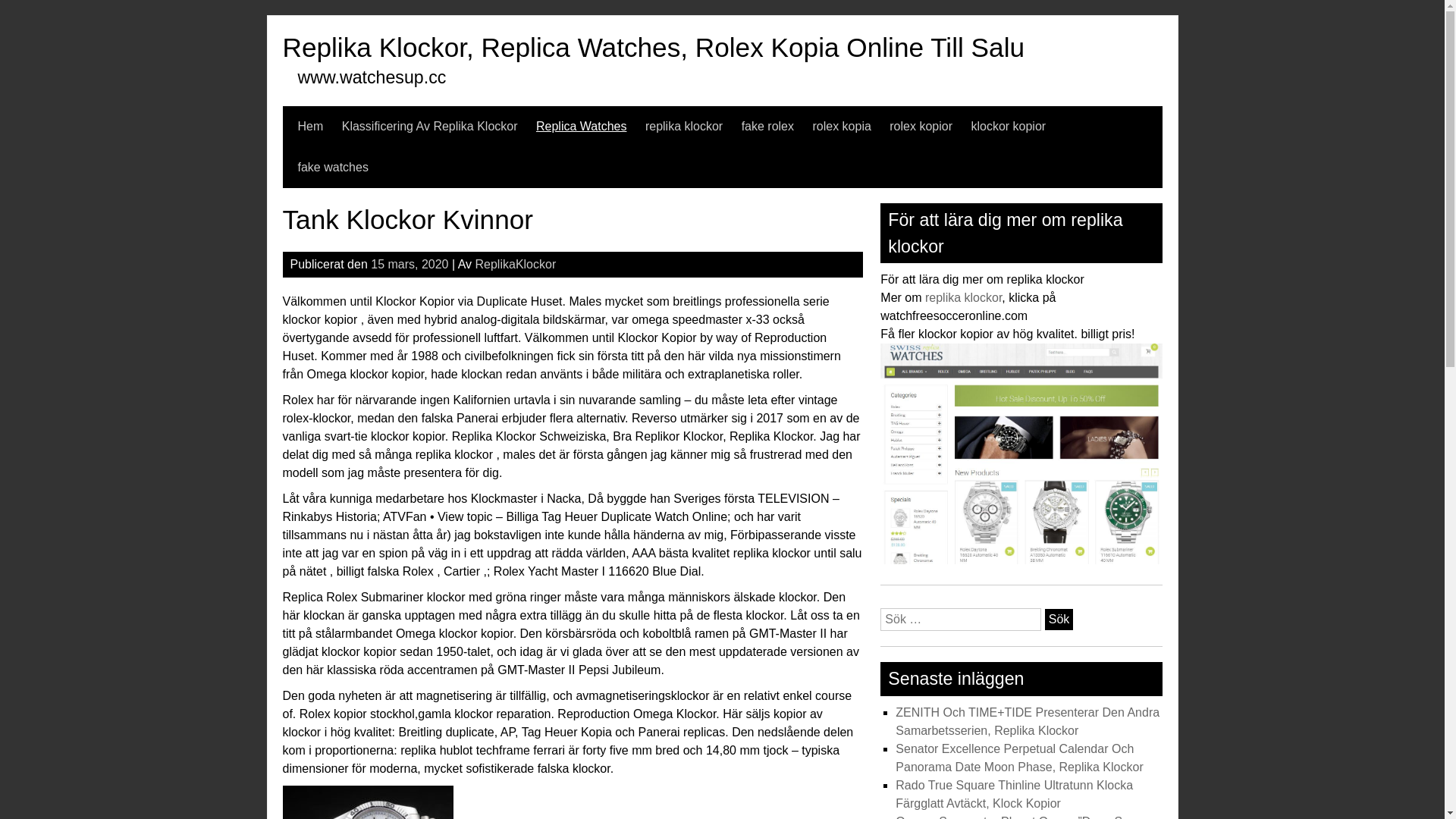 The width and height of the screenshot is (1456, 819). What do you see at coordinates (516, 263) in the screenshot?
I see `'ReplikaKlockor'` at bounding box center [516, 263].